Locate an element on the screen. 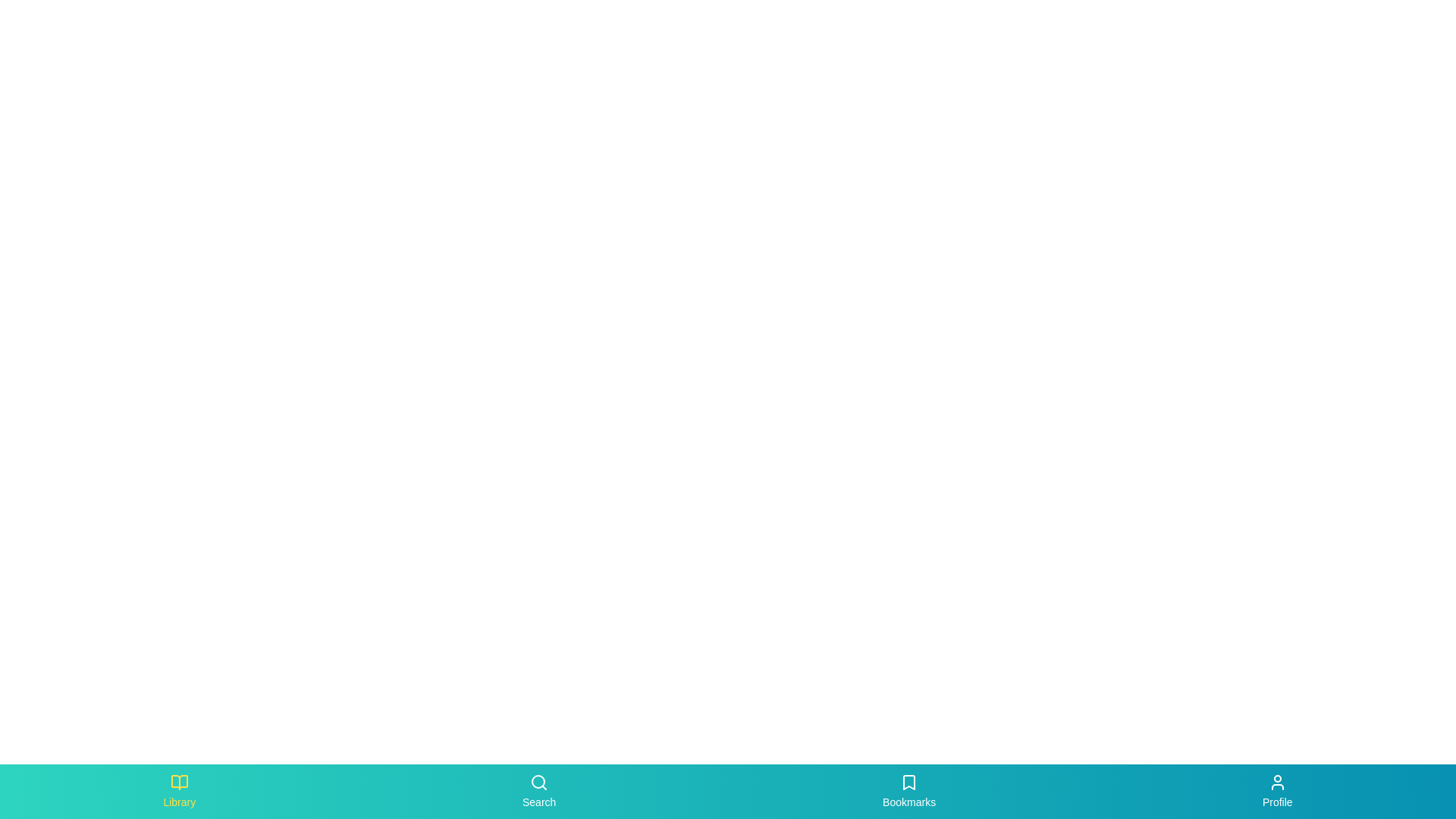  the Search tab to navigate to it is located at coordinates (539, 791).